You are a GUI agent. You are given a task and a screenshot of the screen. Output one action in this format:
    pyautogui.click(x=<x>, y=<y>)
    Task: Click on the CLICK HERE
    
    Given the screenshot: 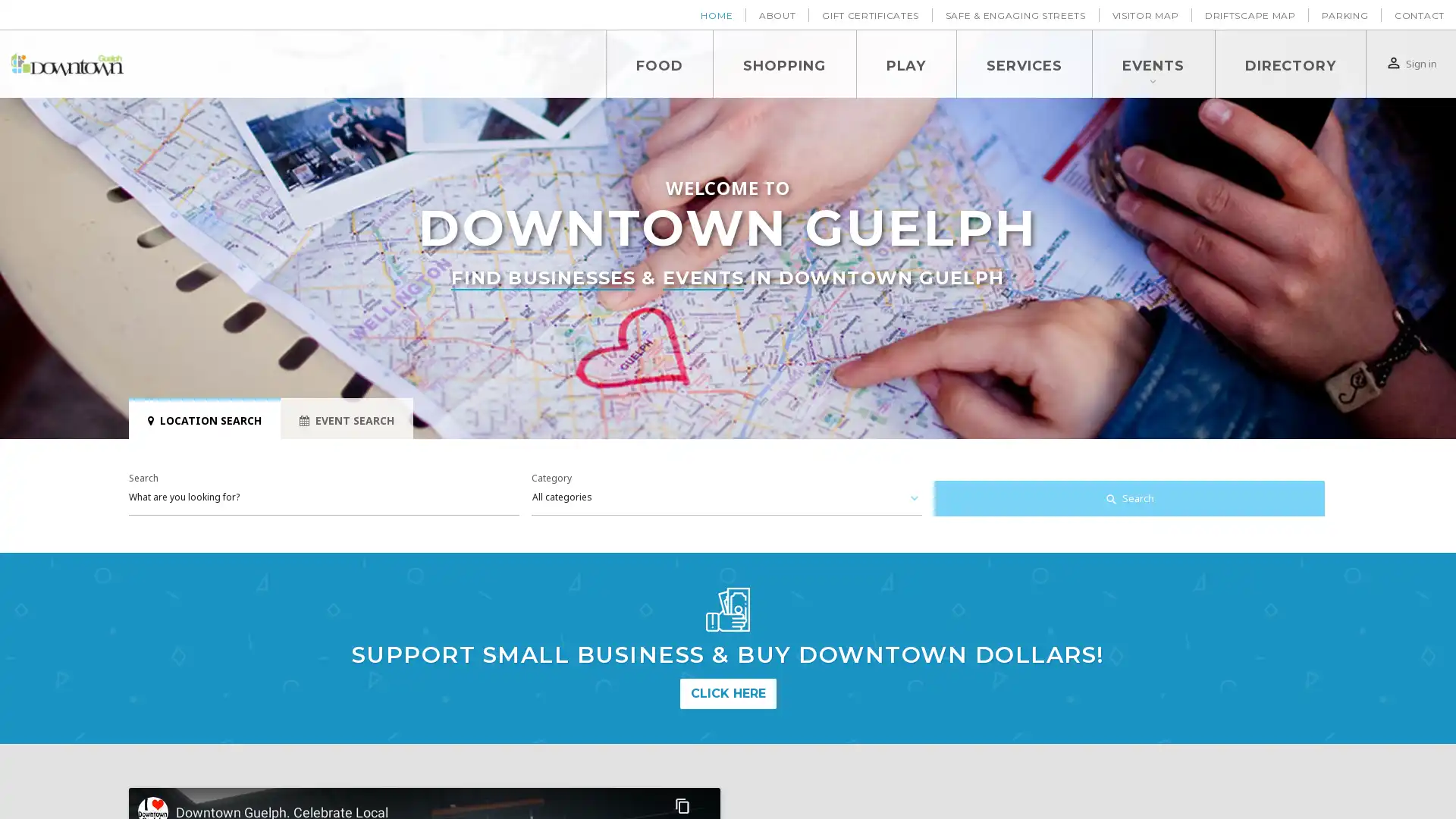 What is the action you would take?
    pyautogui.click(x=726, y=693)
    